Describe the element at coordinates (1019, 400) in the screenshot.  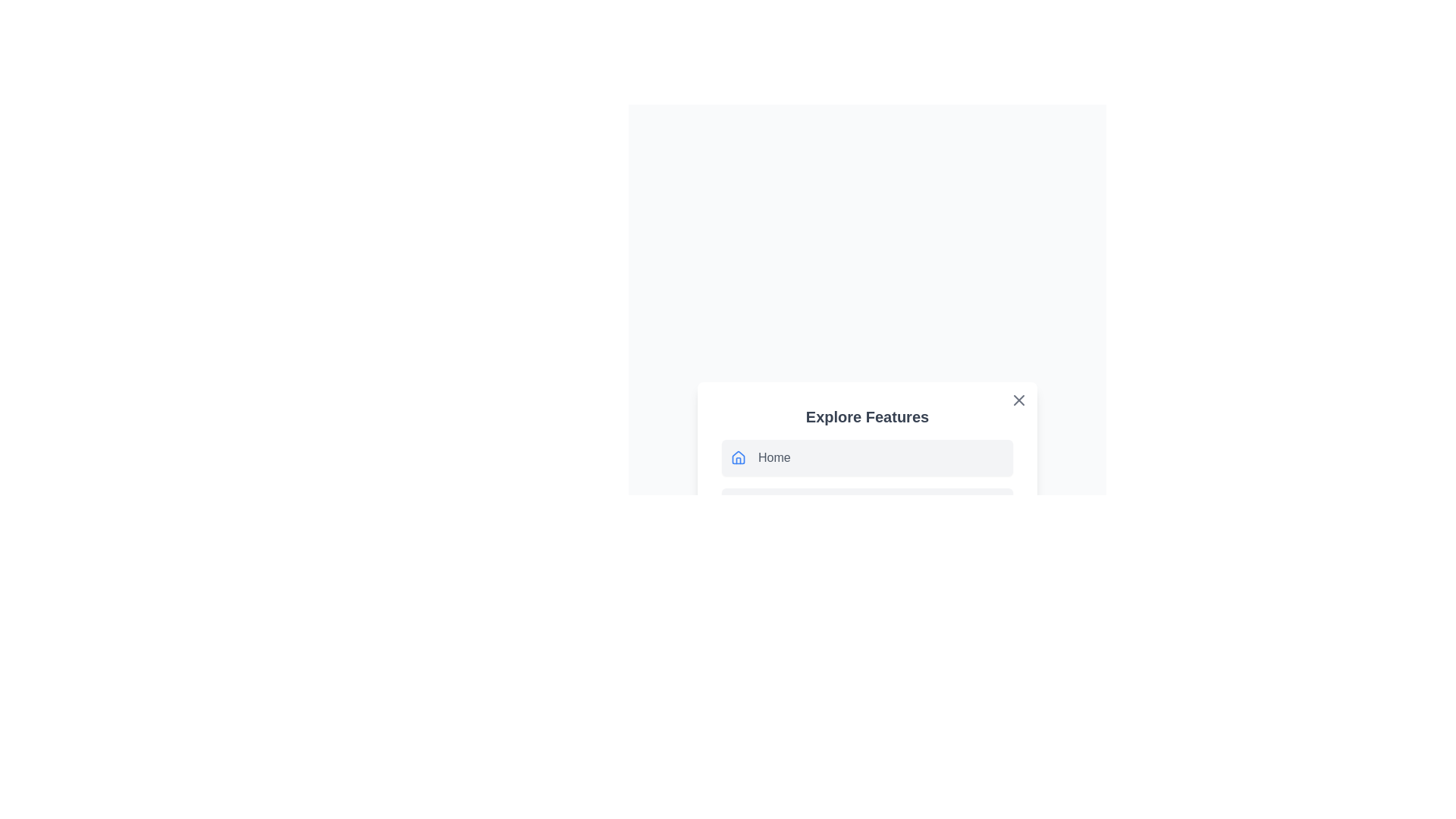
I see `the close button located at the top-right corner of the 'Explore Features' dialog box` at that location.